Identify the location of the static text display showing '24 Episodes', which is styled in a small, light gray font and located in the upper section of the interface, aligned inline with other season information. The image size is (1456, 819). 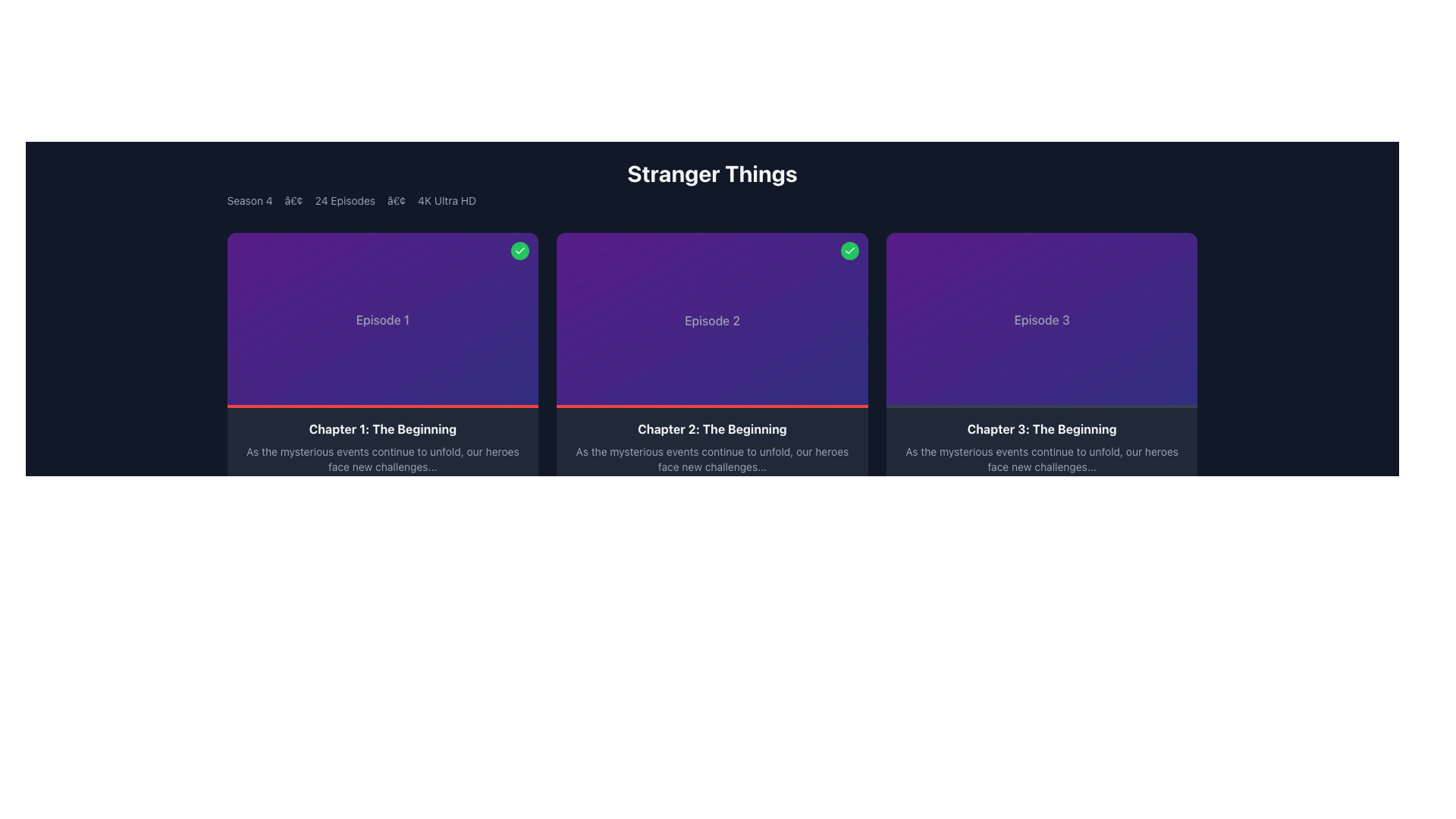
(344, 200).